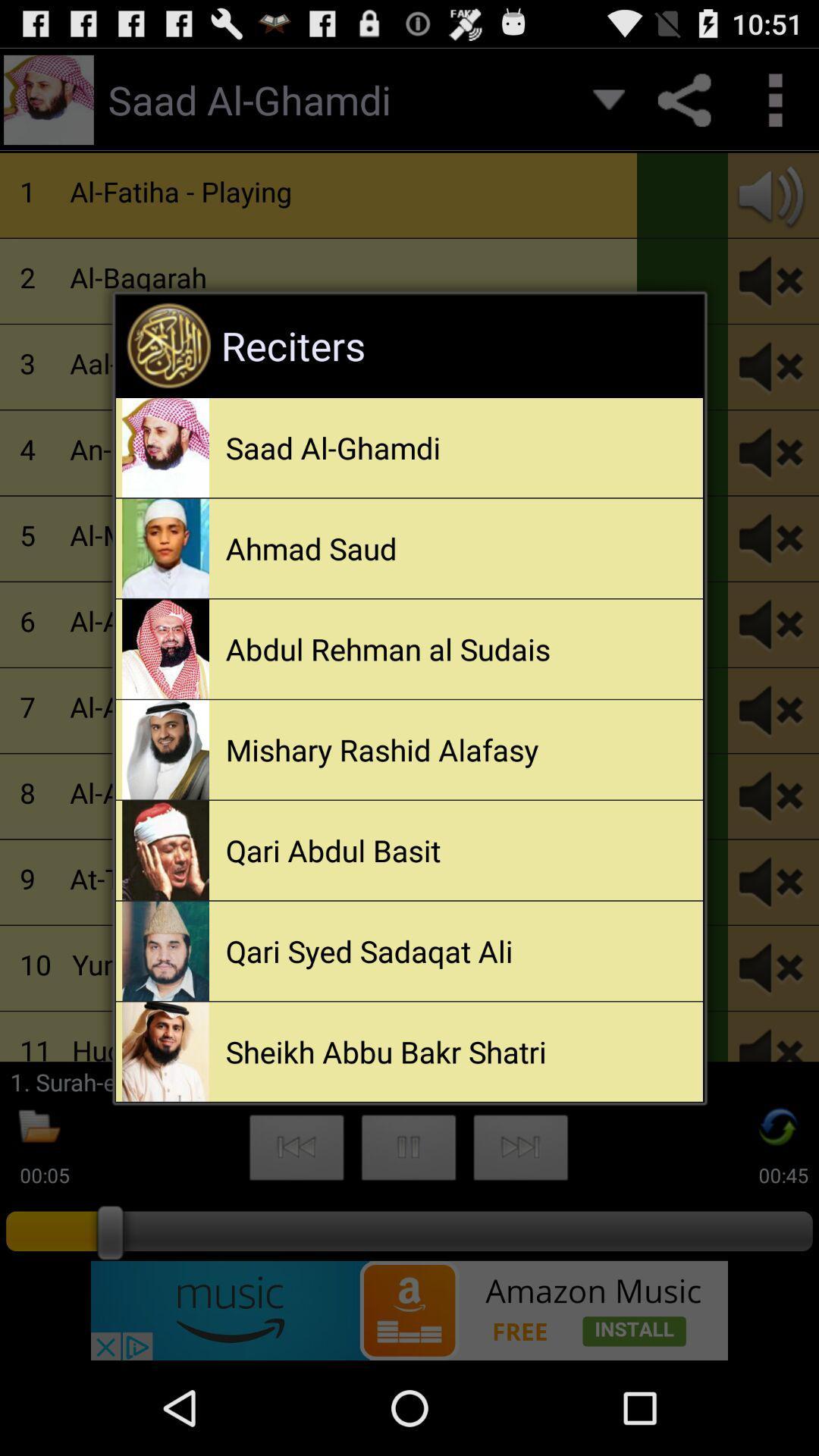  Describe the element at coordinates (773, 106) in the screenshot. I see `the more icon` at that location.